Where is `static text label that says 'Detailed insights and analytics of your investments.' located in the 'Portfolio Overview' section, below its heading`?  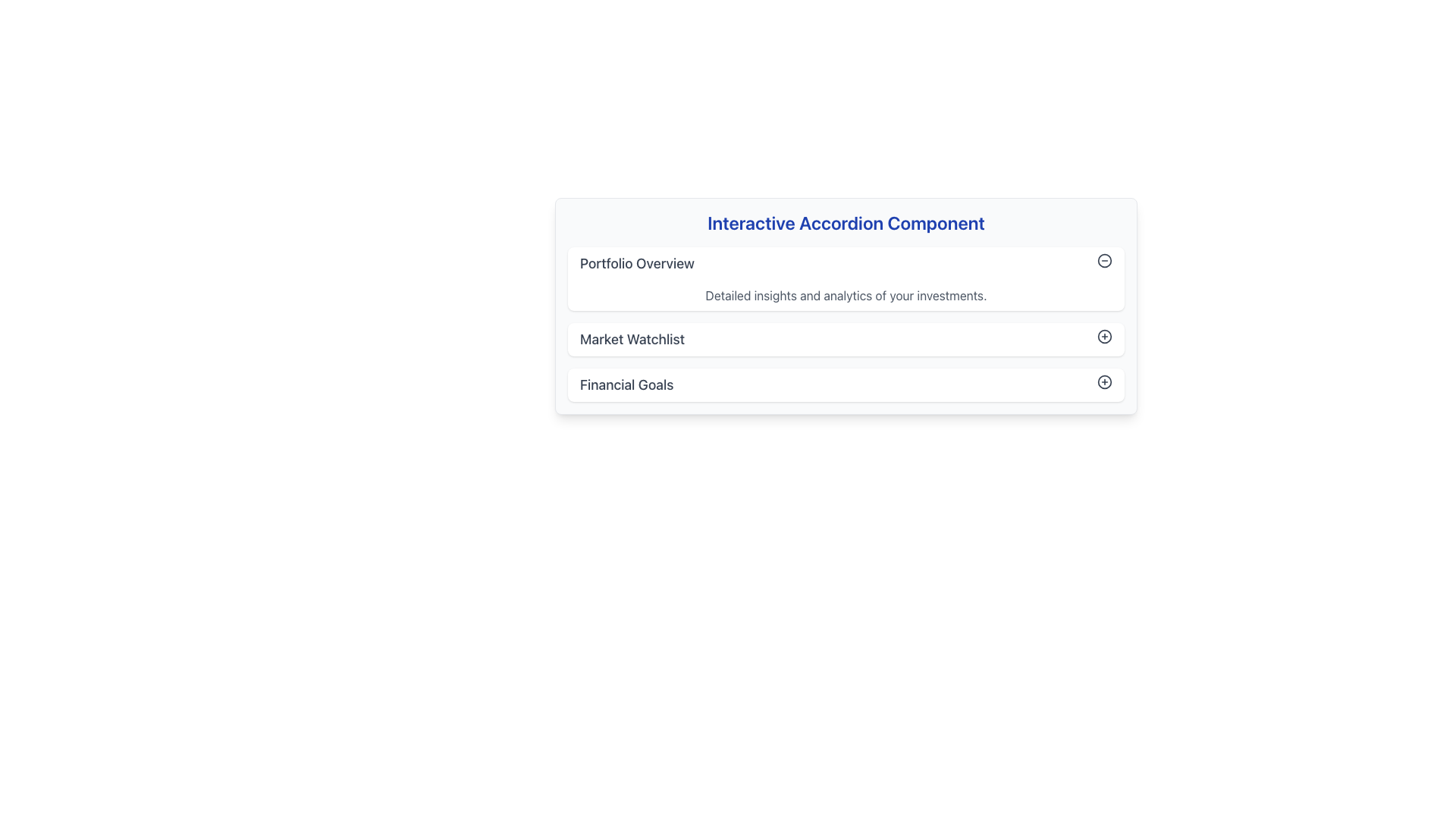 static text label that says 'Detailed insights and analytics of your investments.' located in the 'Portfolio Overview' section, below its heading is located at coordinates (846, 295).